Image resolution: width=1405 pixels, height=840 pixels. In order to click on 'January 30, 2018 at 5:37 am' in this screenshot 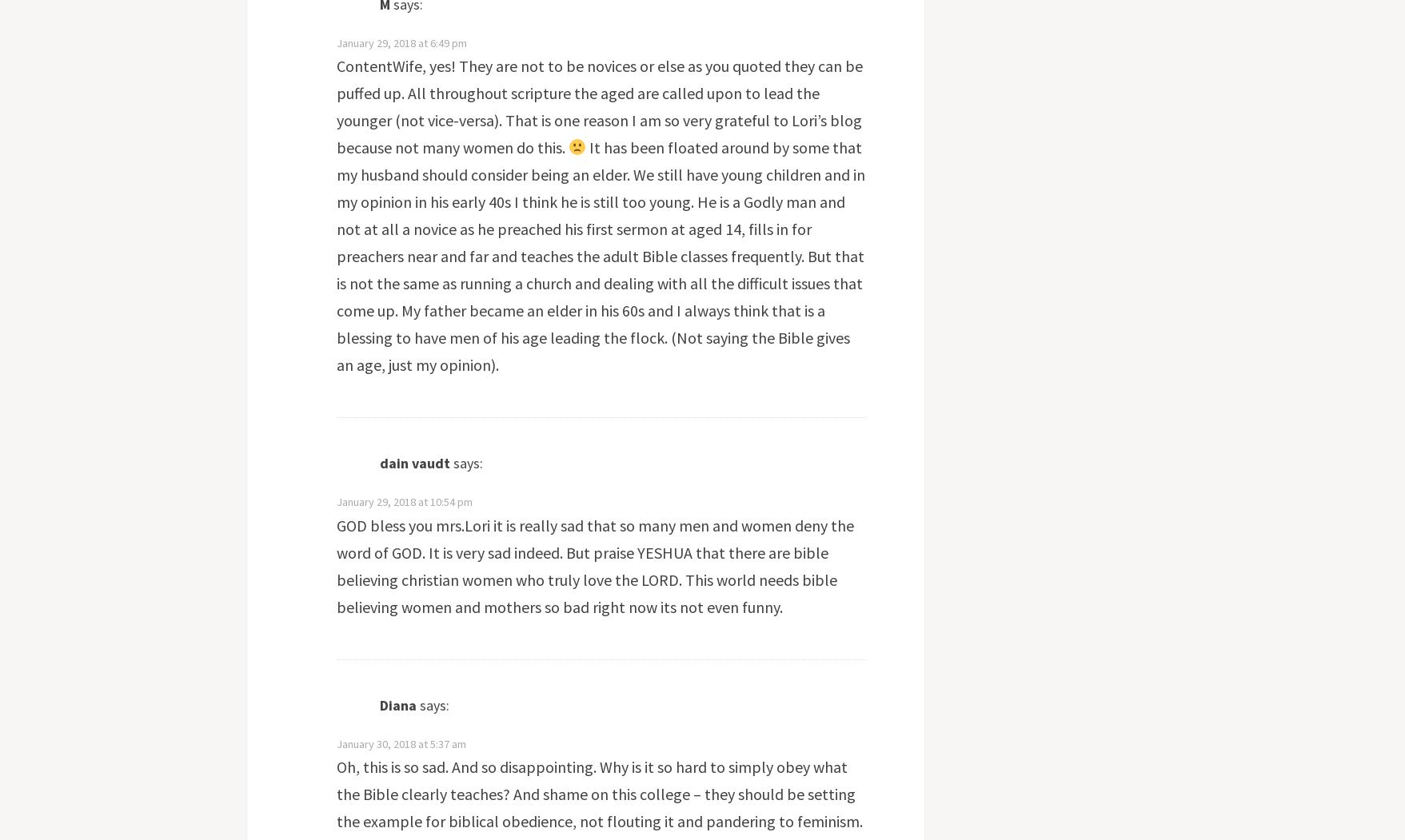, I will do `click(399, 743)`.